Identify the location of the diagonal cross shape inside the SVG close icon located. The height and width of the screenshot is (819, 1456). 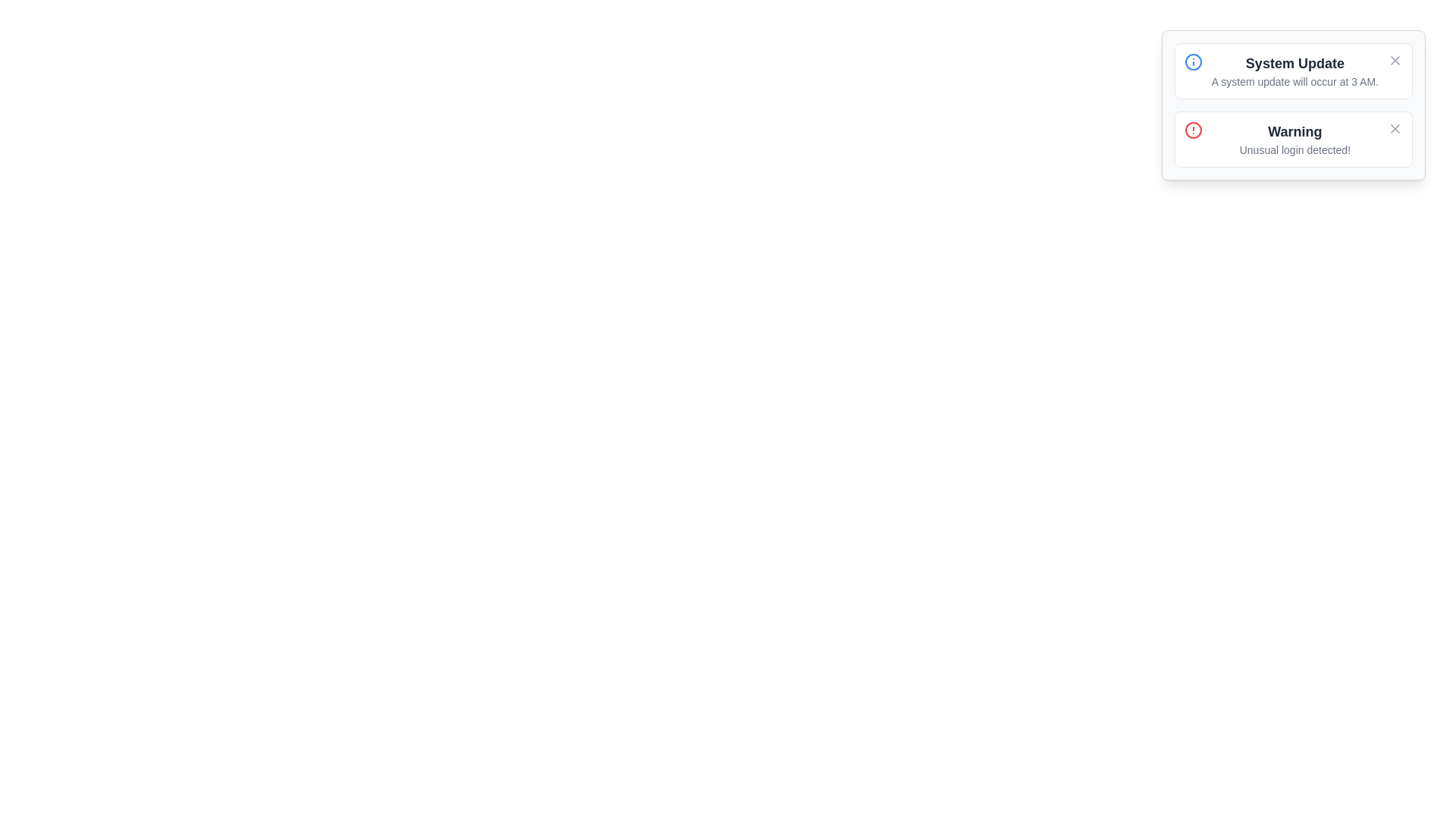
(1395, 127).